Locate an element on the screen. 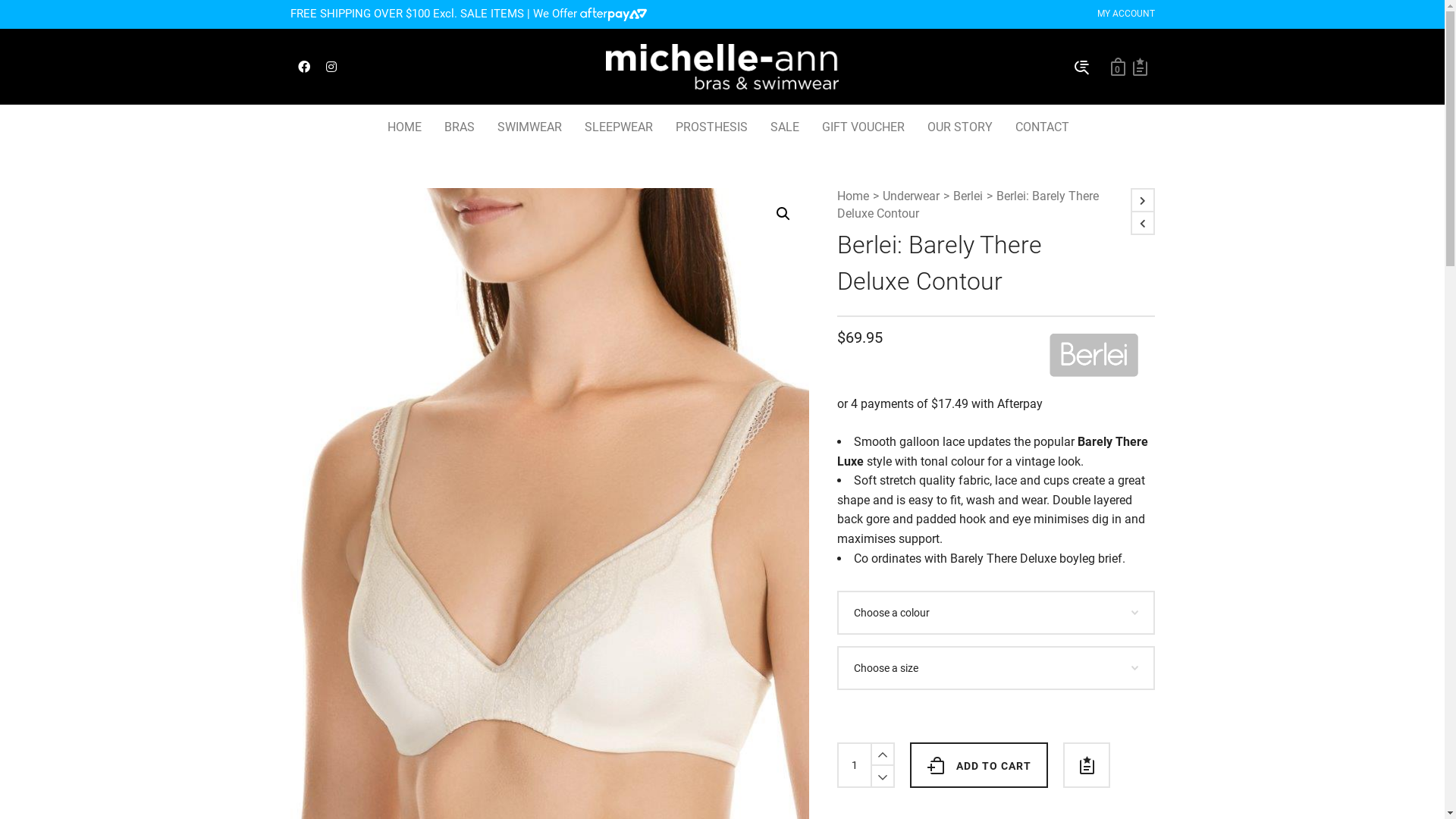  'CONTACT' is located at coordinates (1041, 127).